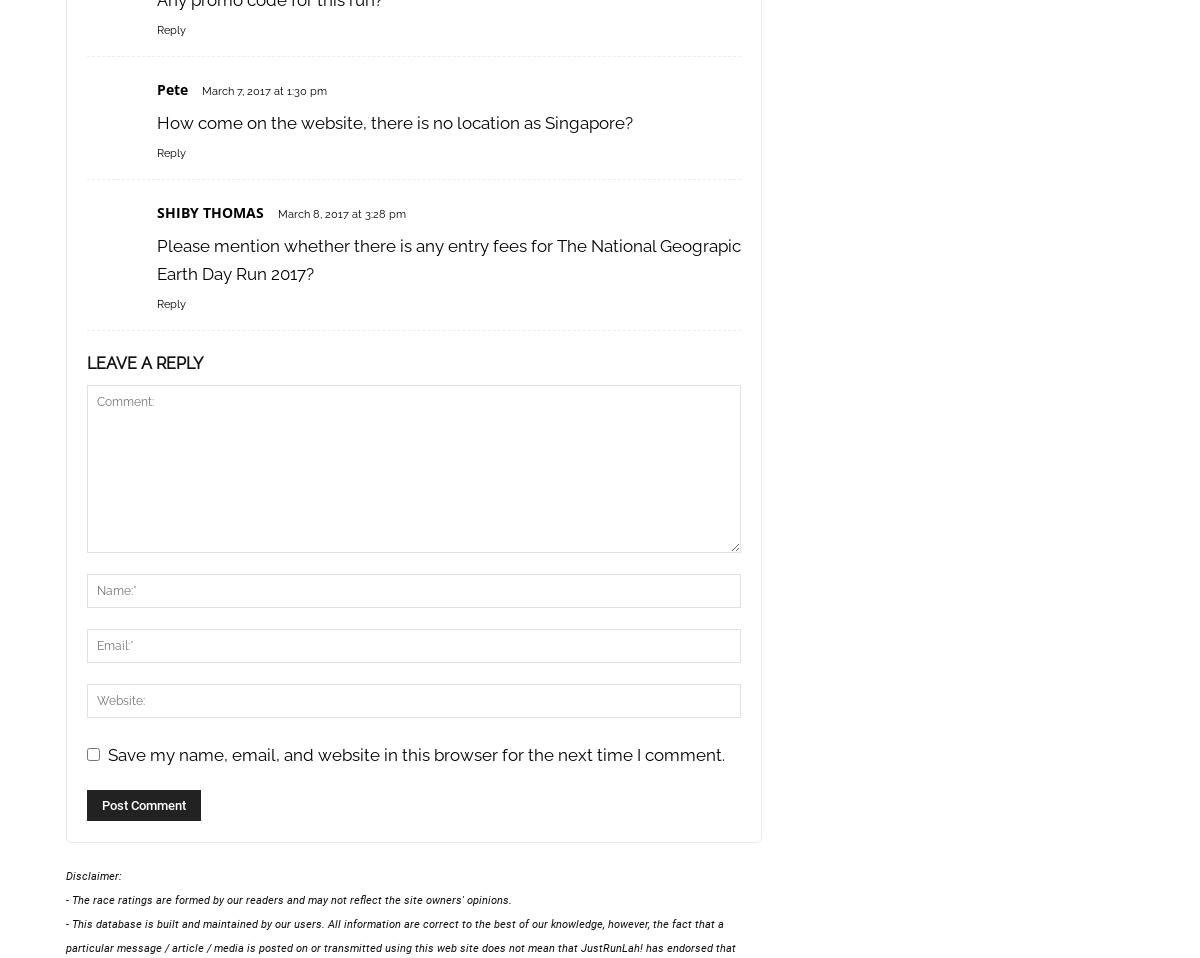 The image size is (1200, 958). I want to click on 'March 8, 2017 at 3:28 pm', so click(341, 213).